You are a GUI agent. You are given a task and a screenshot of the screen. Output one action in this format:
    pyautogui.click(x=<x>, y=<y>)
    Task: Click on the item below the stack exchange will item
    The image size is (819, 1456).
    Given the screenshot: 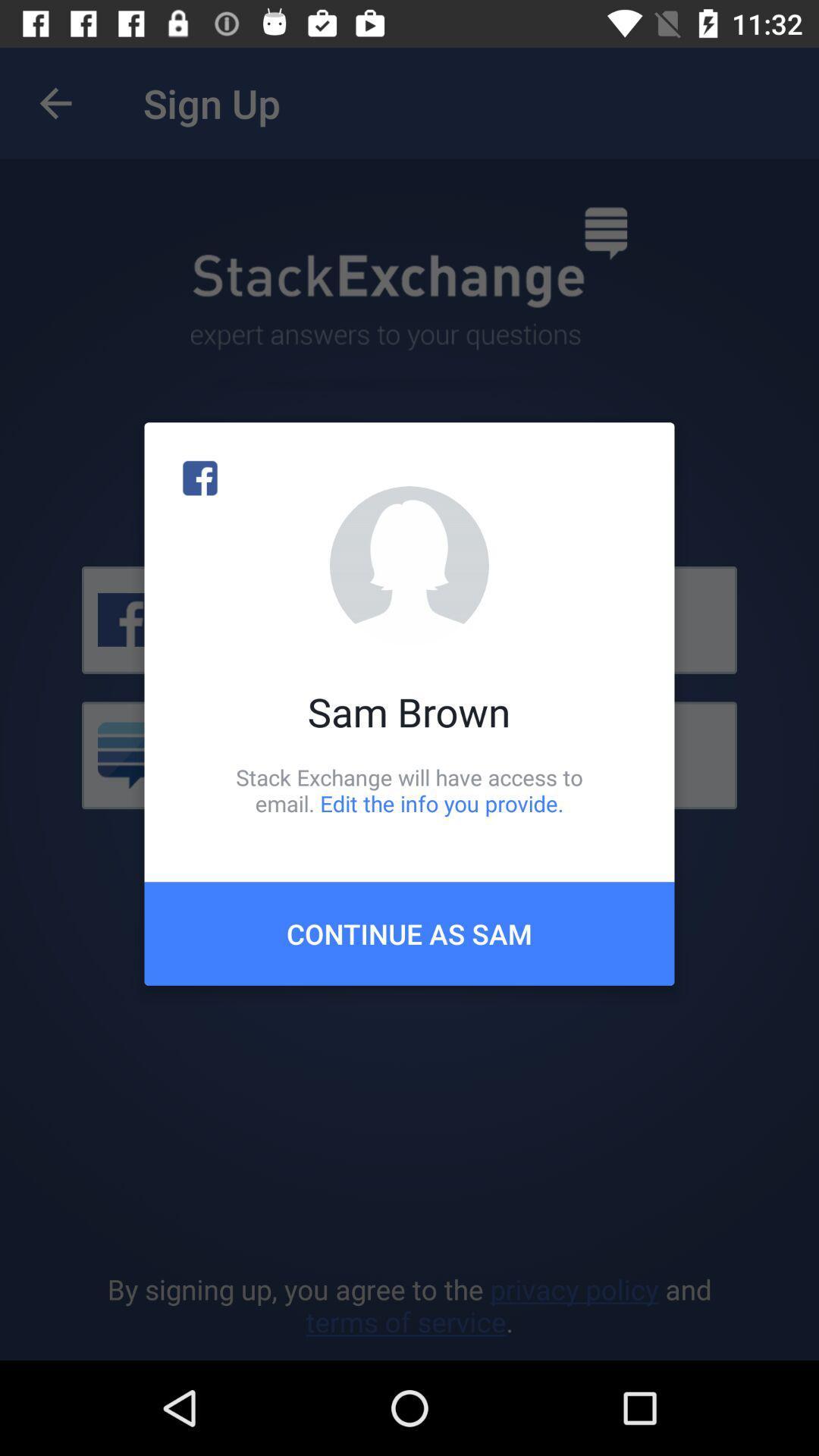 What is the action you would take?
    pyautogui.click(x=409, y=933)
    